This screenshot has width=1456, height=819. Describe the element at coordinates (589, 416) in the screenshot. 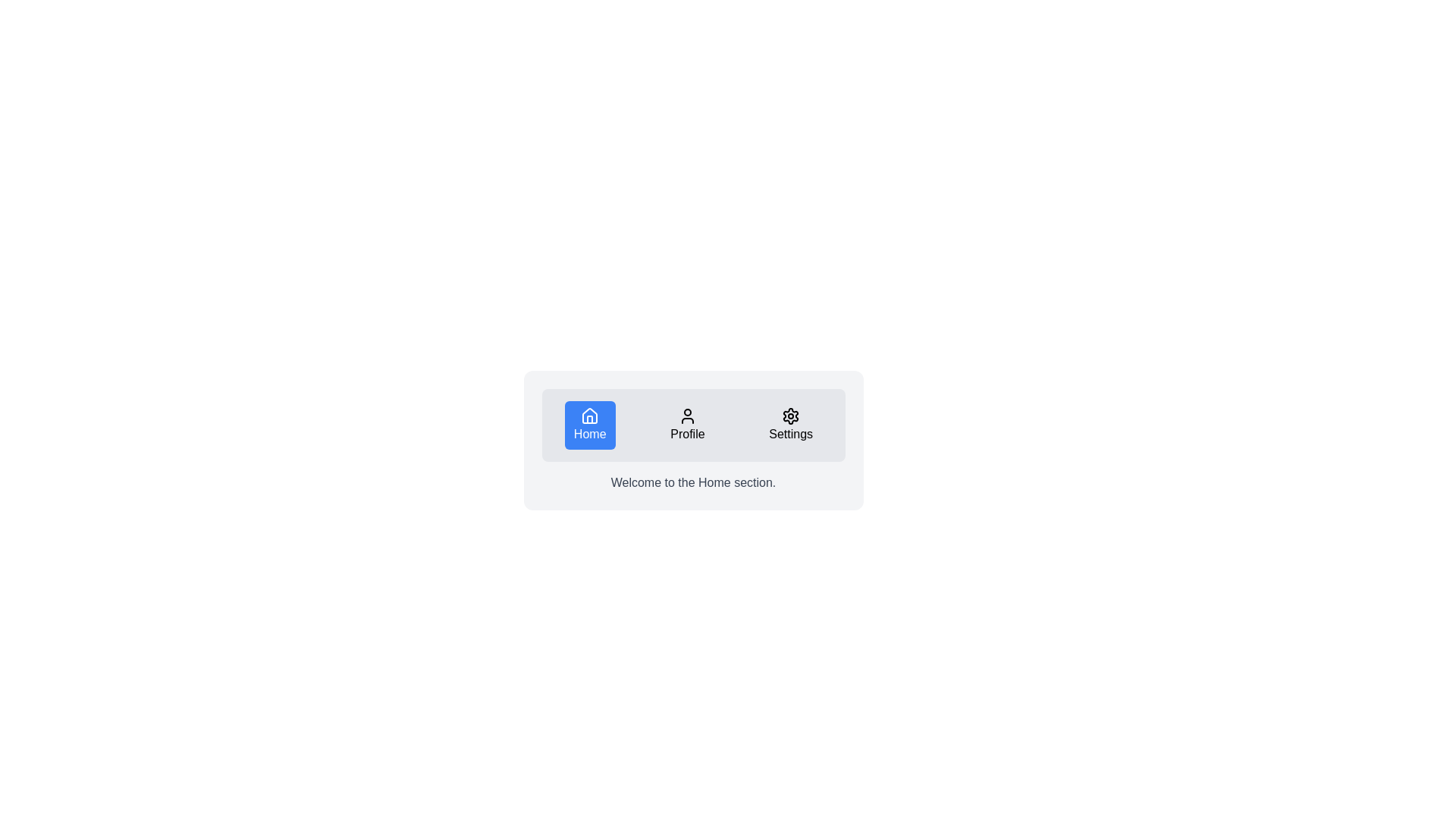

I see `the house-shaped icon with white lines against a blue background, located within the 'Home' button, the first button from the left in a horizontal arrangement of three buttons` at that location.